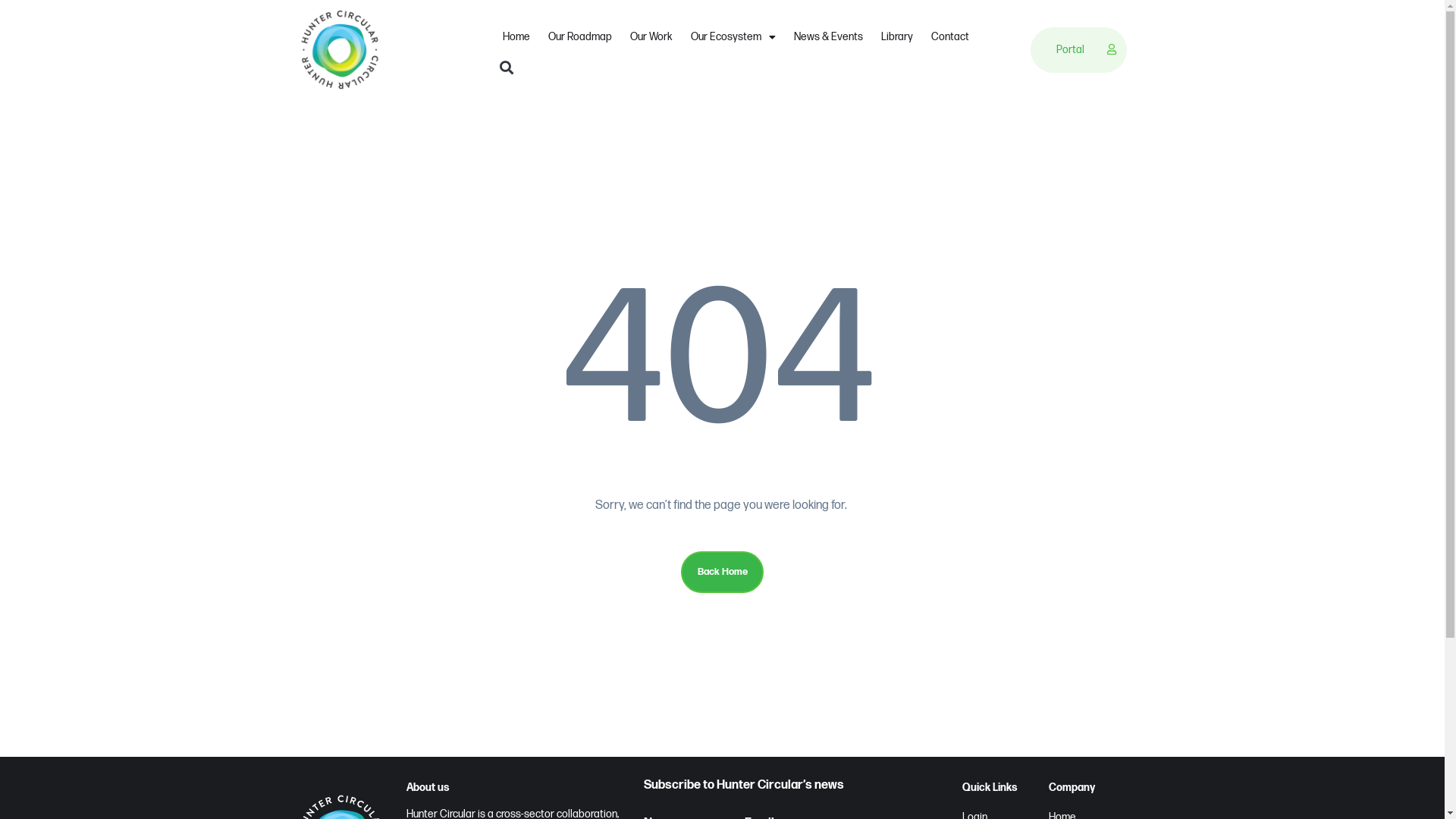 Image resolution: width=1456 pixels, height=819 pixels. What do you see at coordinates (872, 36) in the screenshot?
I see `'Library'` at bounding box center [872, 36].